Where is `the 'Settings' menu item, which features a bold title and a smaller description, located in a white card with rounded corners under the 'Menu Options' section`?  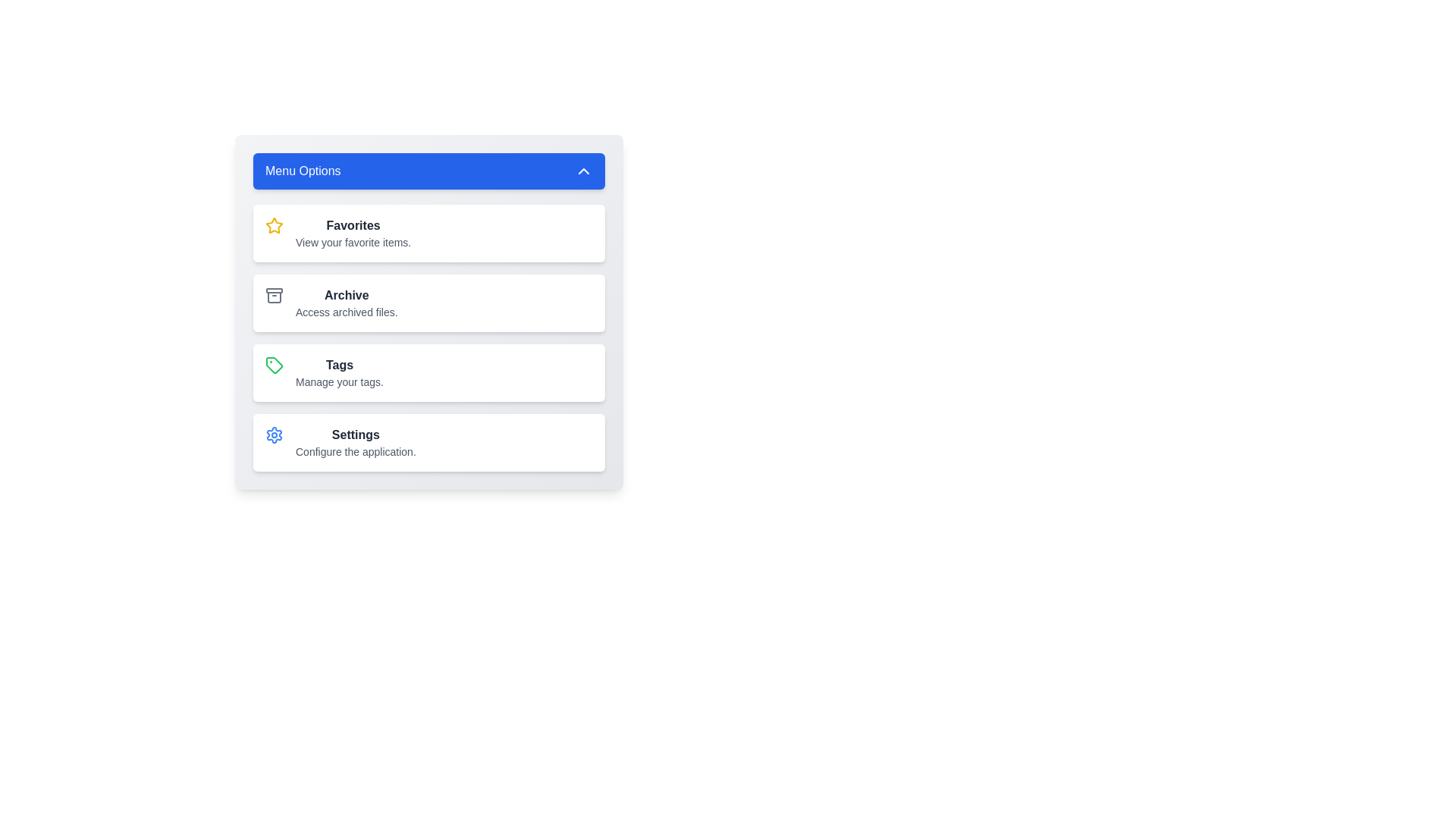 the 'Settings' menu item, which features a bold title and a smaller description, located in a white card with rounded corners under the 'Menu Options' section is located at coordinates (355, 442).